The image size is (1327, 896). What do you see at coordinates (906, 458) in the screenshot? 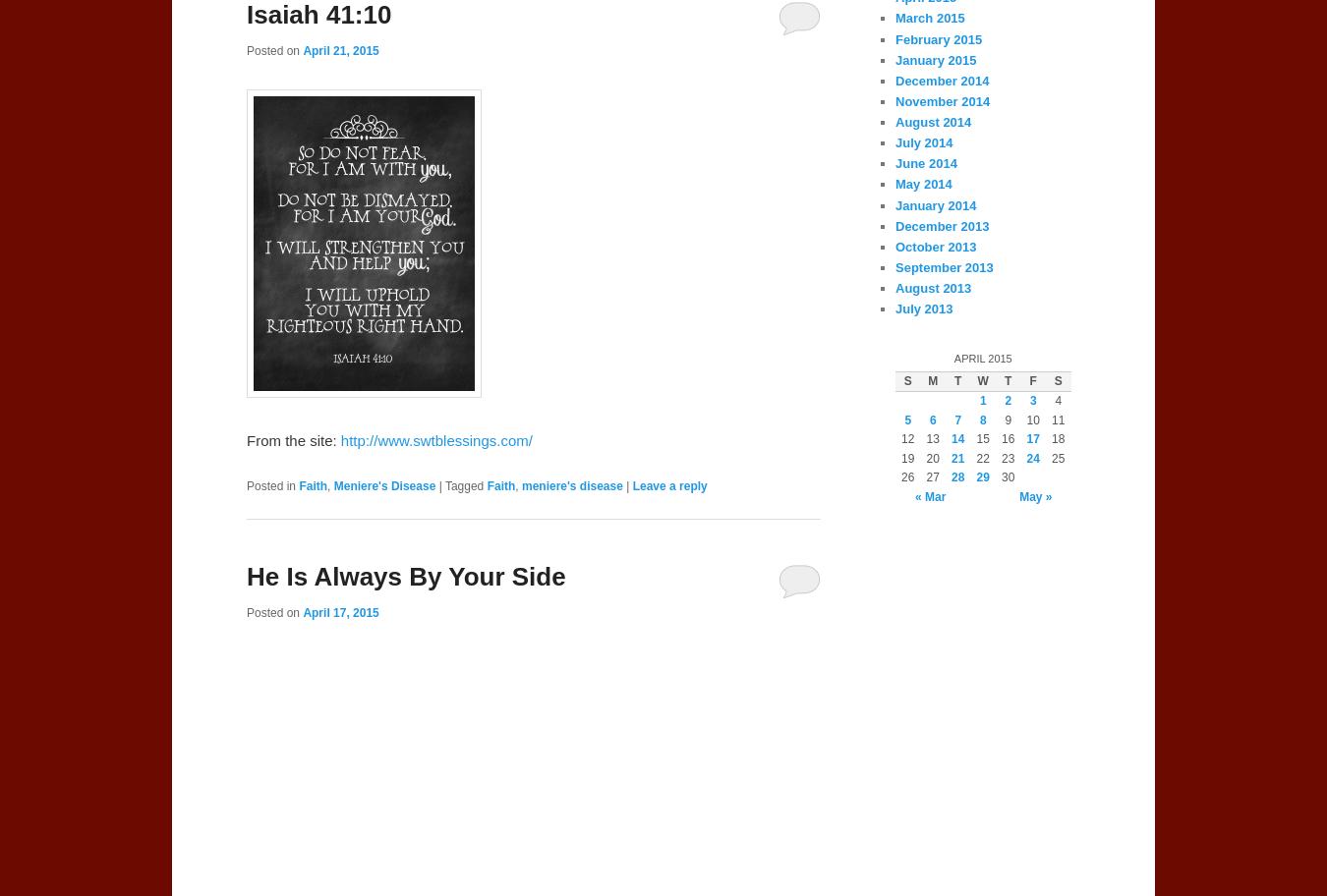
I see `'19'` at bounding box center [906, 458].